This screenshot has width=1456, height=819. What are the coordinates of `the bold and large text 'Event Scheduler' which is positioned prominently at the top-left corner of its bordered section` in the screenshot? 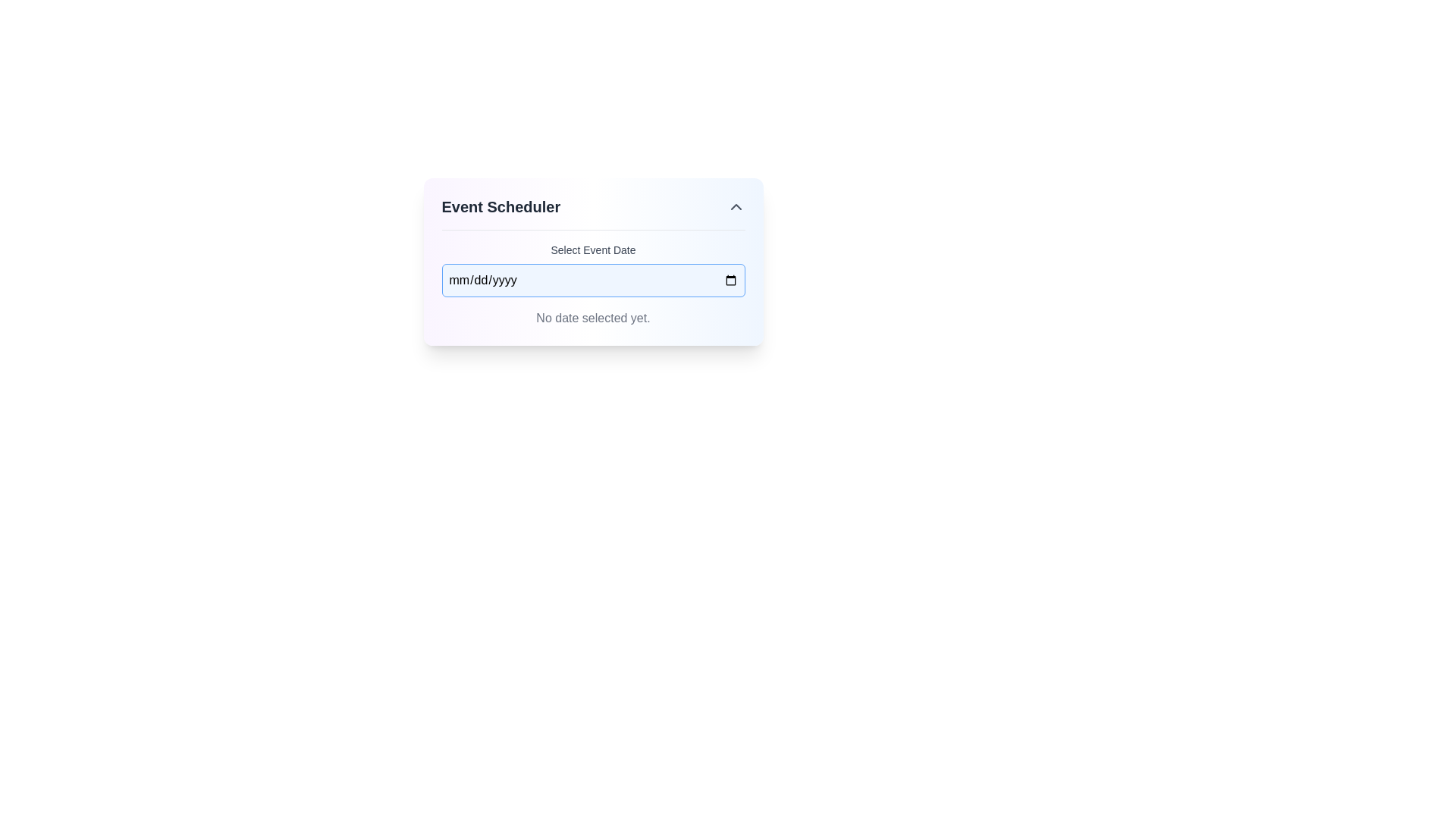 It's located at (500, 207).